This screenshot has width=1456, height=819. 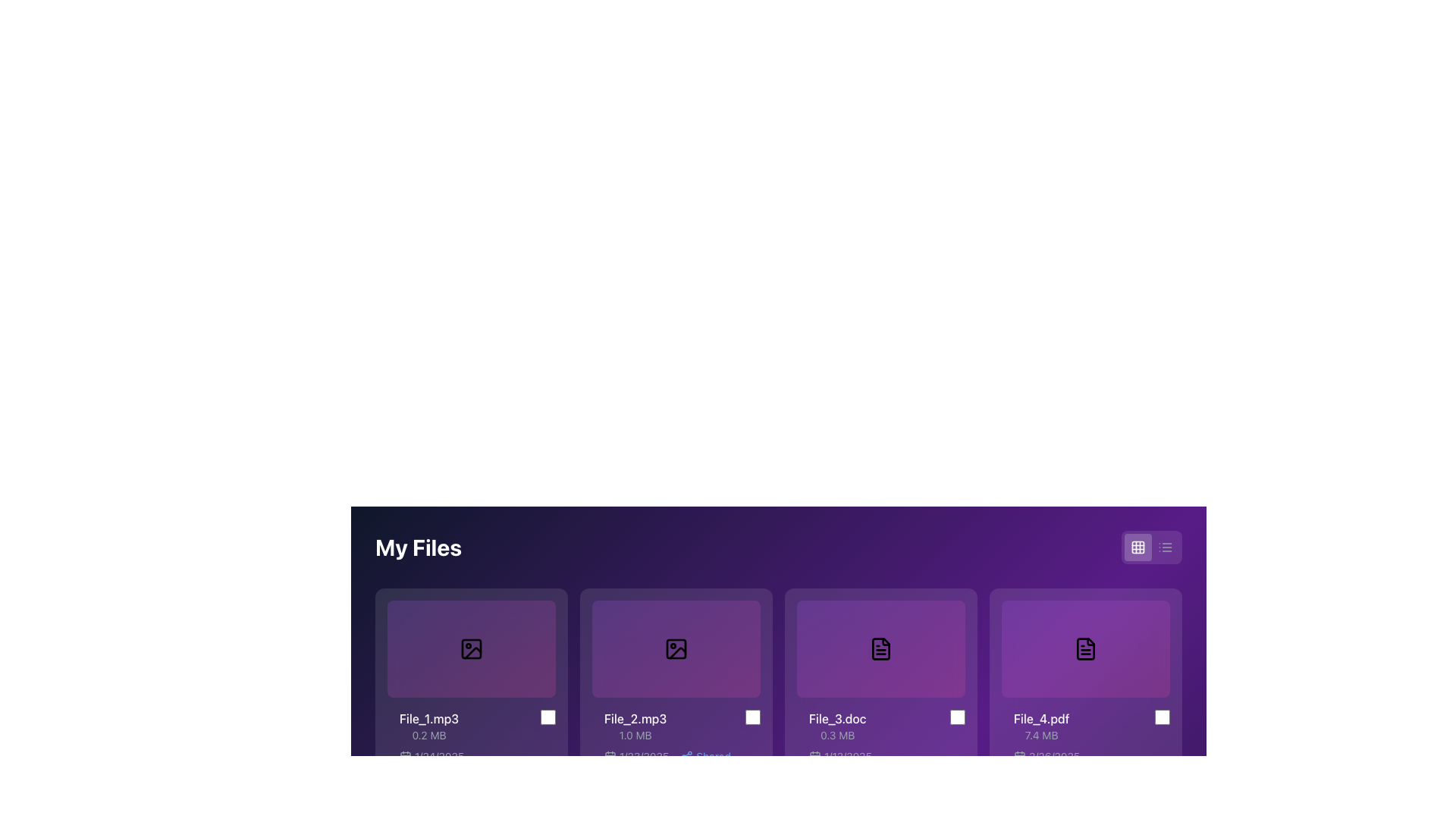 I want to click on the grid view toggle button located in the upper-right corner of the interface, so click(x=1138, y=547).